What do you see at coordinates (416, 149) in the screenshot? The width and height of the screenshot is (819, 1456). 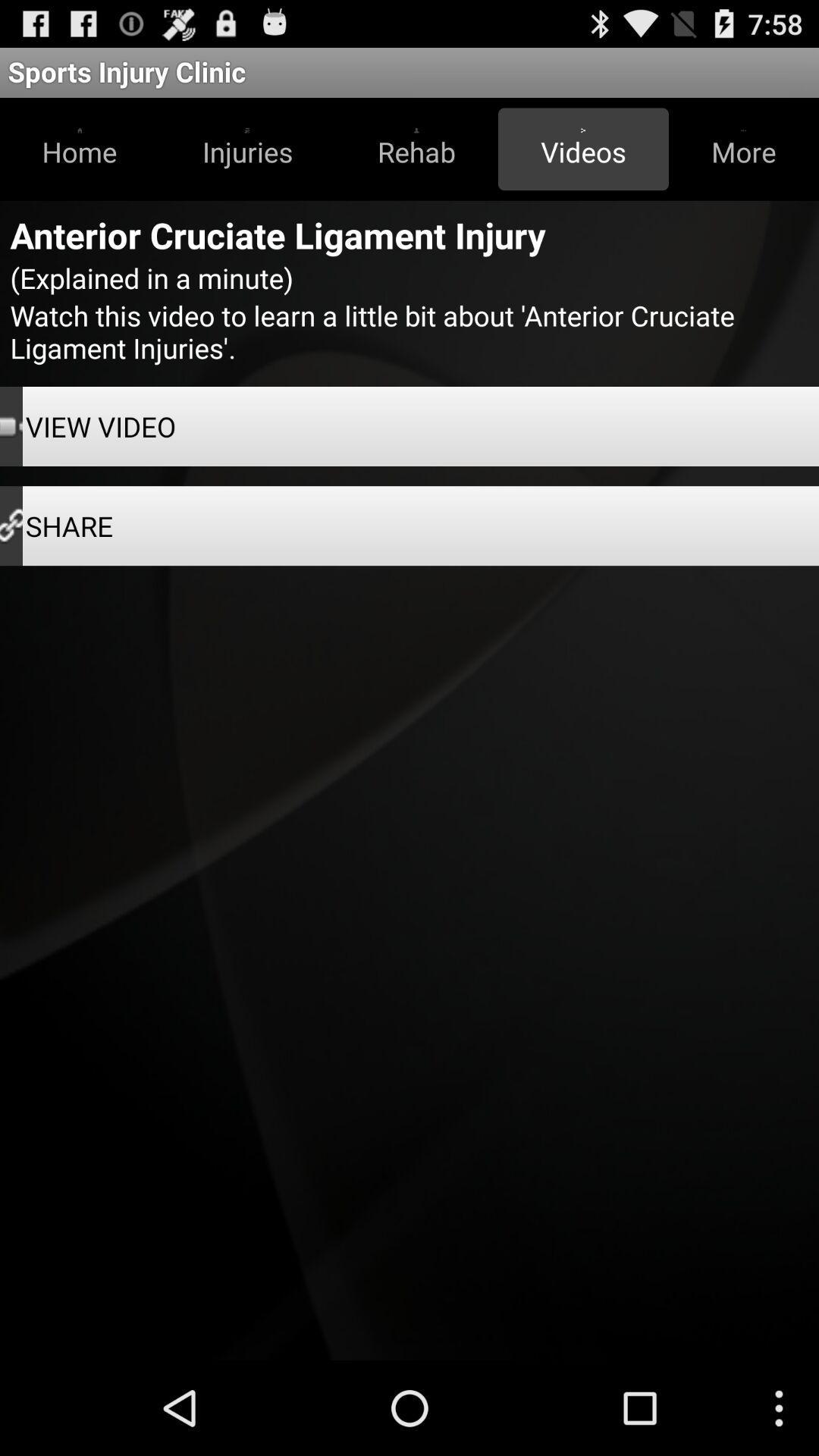 I see `rehab icon` at bounding box center [416, 149].